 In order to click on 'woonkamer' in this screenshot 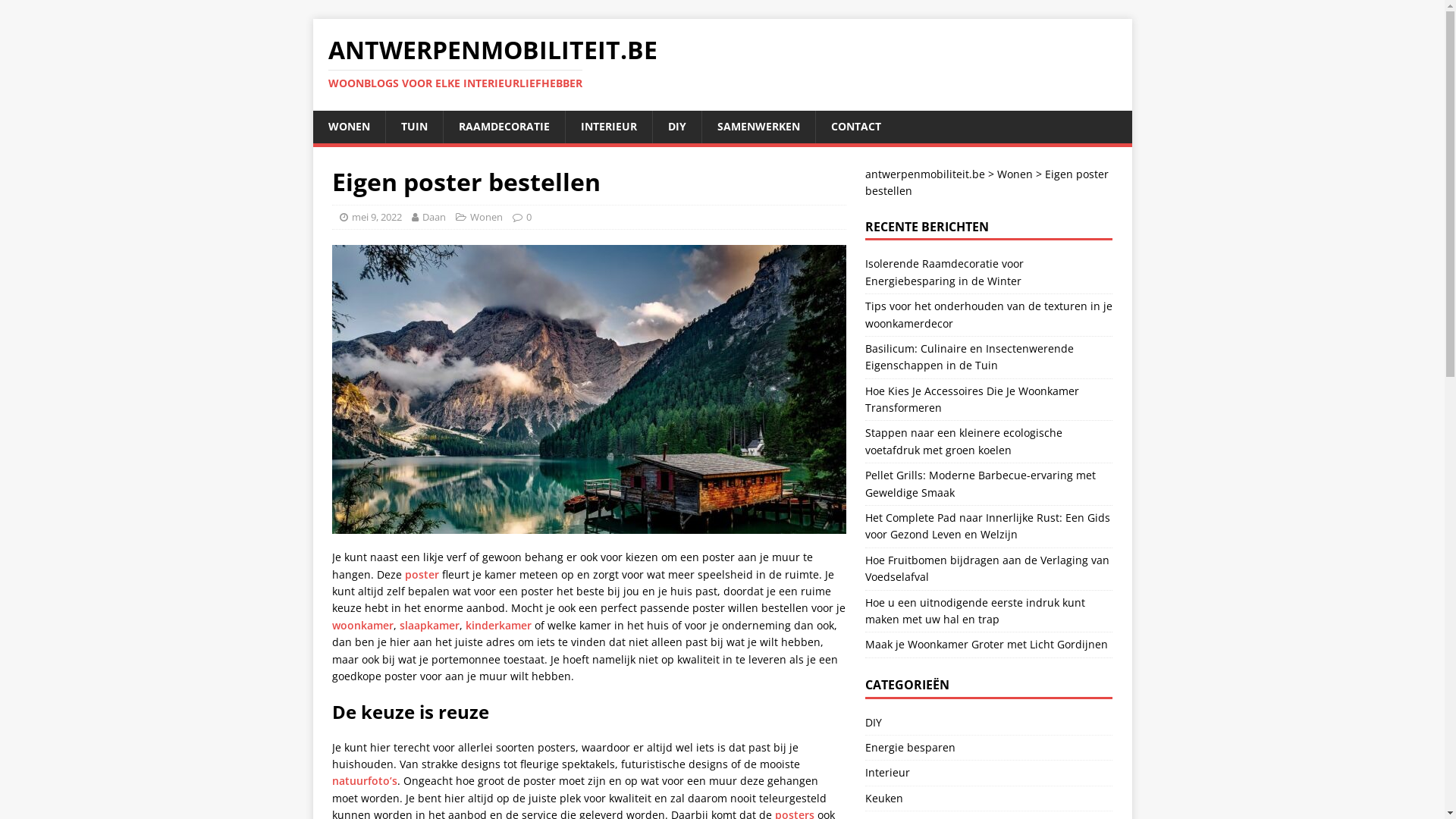, I will do `click(331, 625)`.